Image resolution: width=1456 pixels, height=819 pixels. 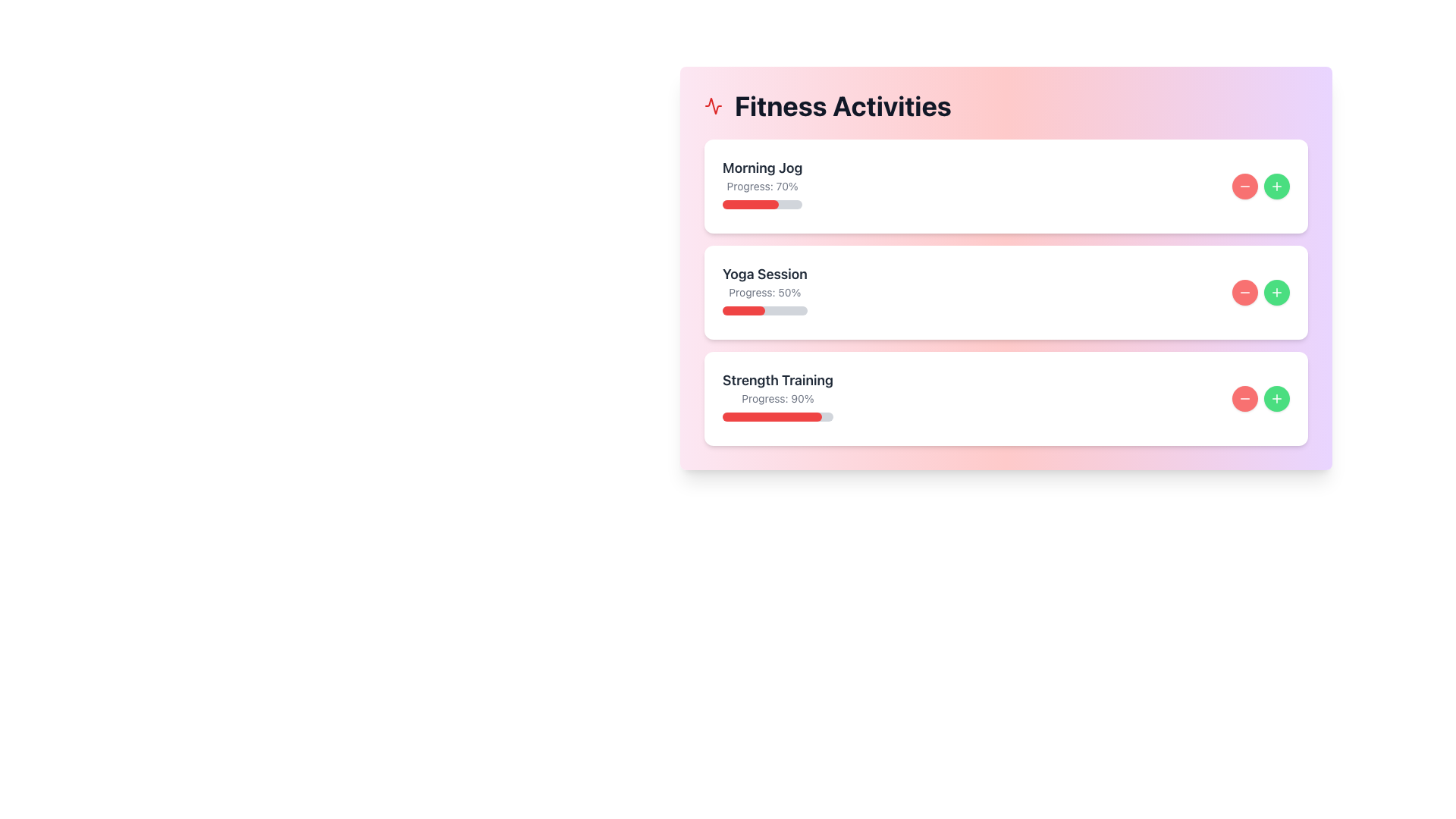 What do you see at coordinates (777, 379) in the screenshot?
I see `the 'Strength Training' label element, which displays the text in bold black font, positioned at the top of the card in the 'Fitness Activities' section` at bounding box center [777, 379].